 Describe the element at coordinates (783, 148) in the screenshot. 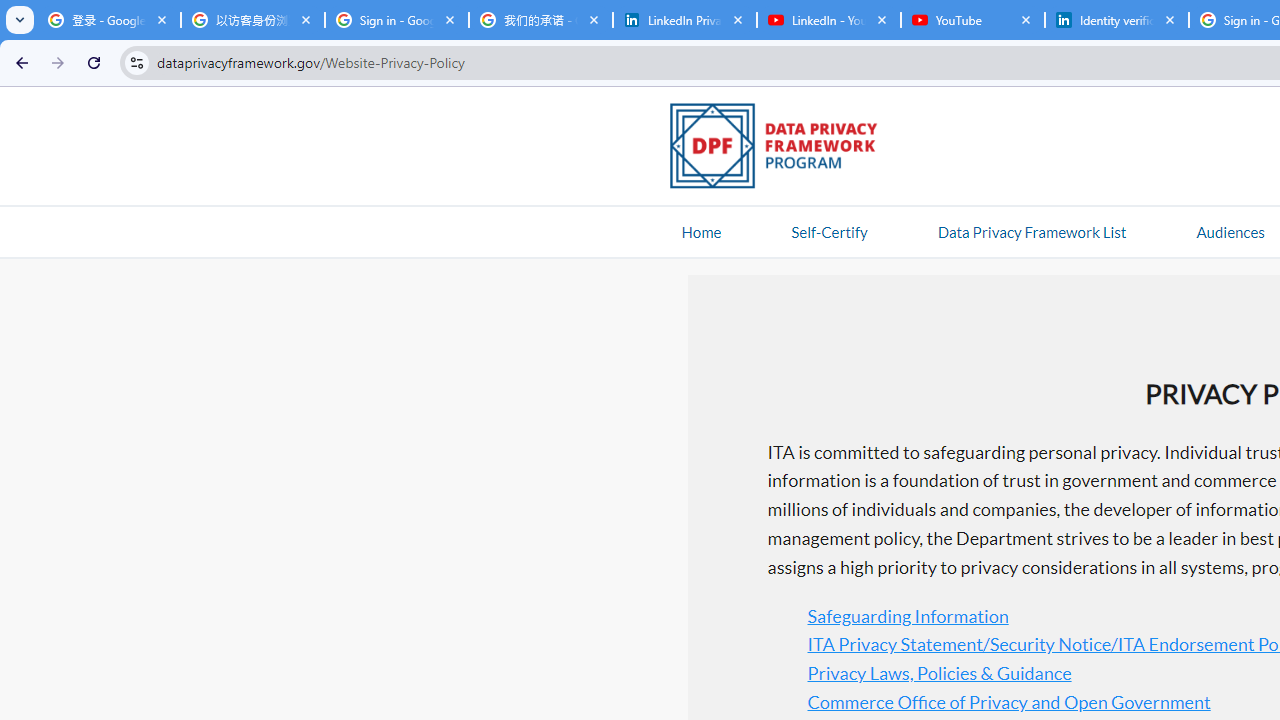

I see `'Data Privacy Framework Logo - Link to Homepage'` at that location.